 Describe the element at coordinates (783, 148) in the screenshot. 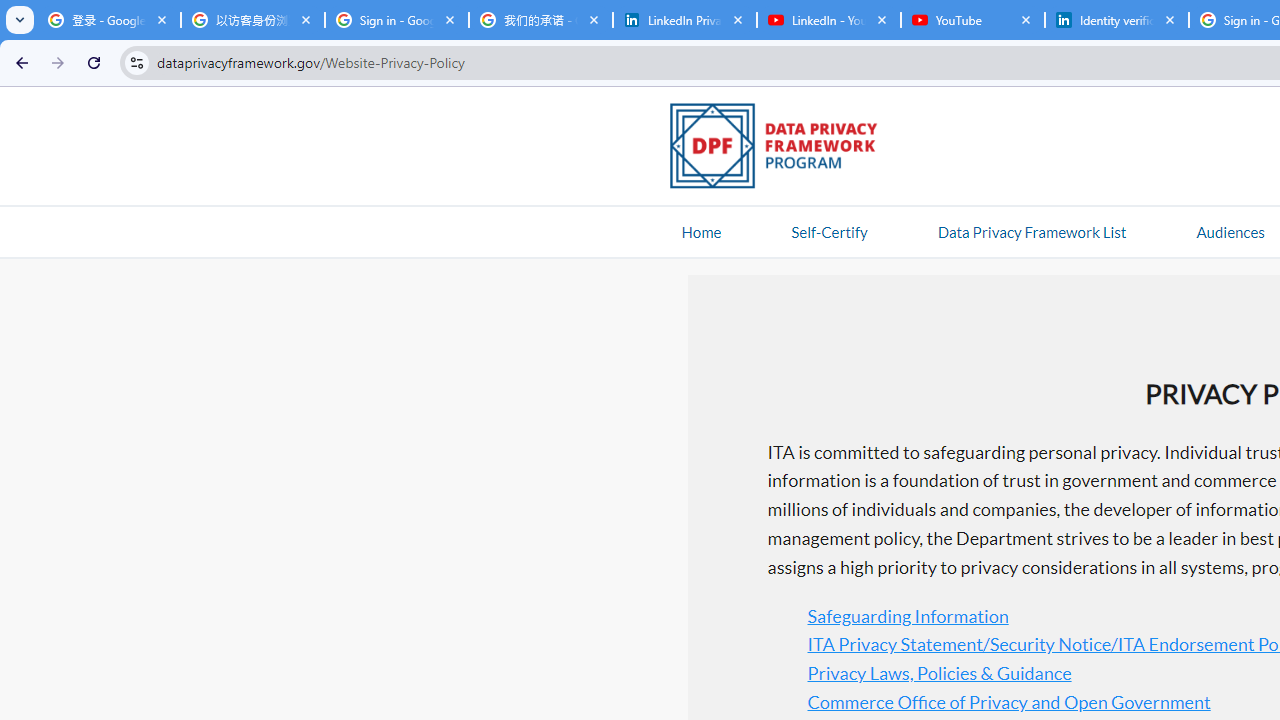

I see `'Data Privacy Framework Logo - Link to Homepage'` at that location.